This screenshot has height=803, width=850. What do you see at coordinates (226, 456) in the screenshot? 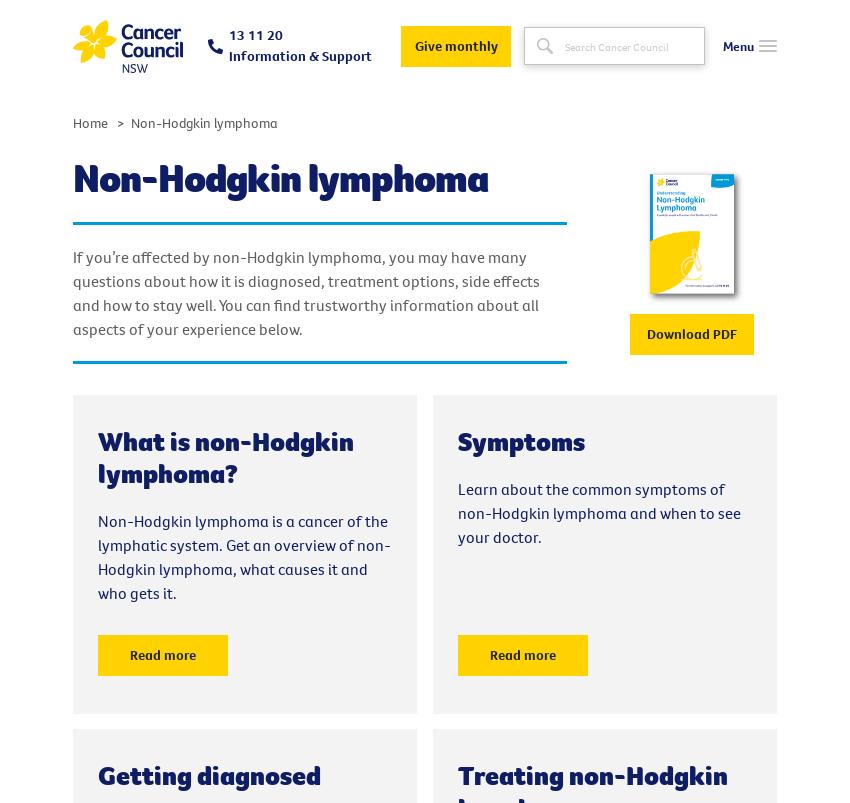
I see `'What is non-Hodgkin lymphoma?'` at bounding box center [226, 456].